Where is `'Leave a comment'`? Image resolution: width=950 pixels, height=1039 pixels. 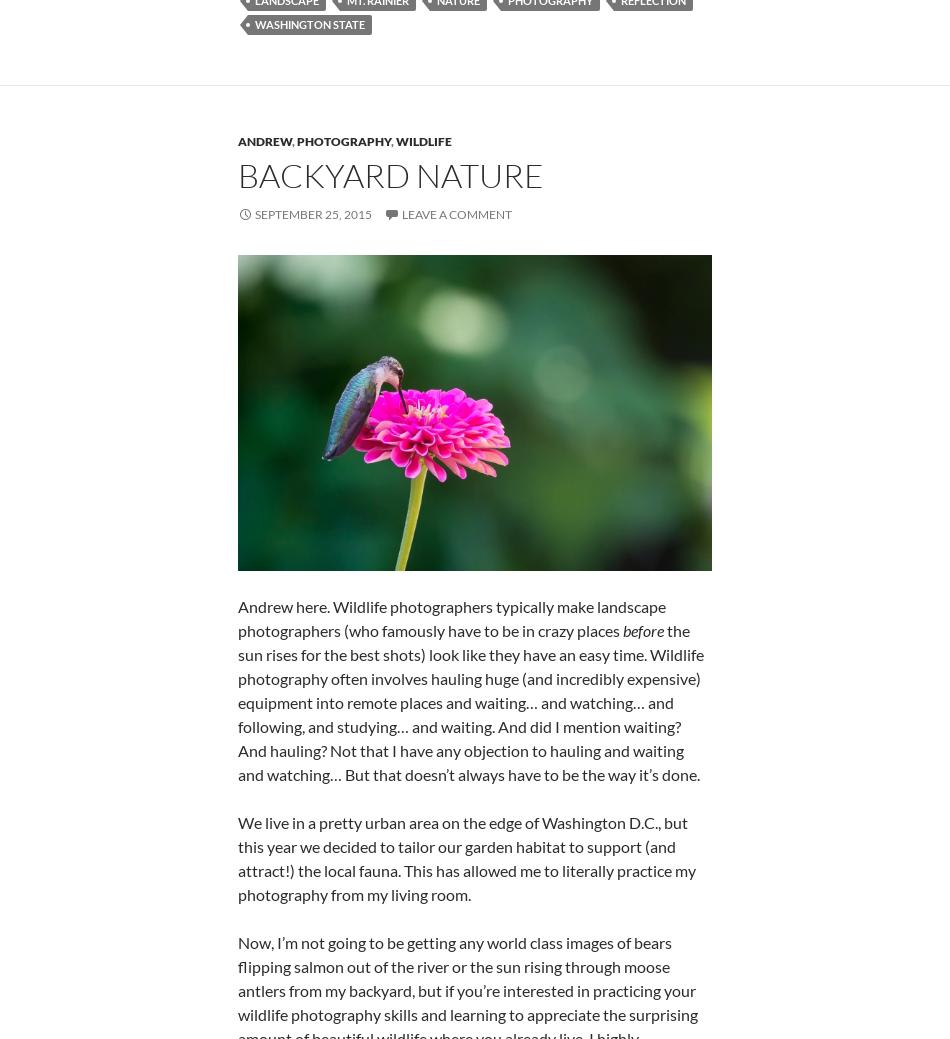 'Leave a comment' is located at coordinates (456, 214).